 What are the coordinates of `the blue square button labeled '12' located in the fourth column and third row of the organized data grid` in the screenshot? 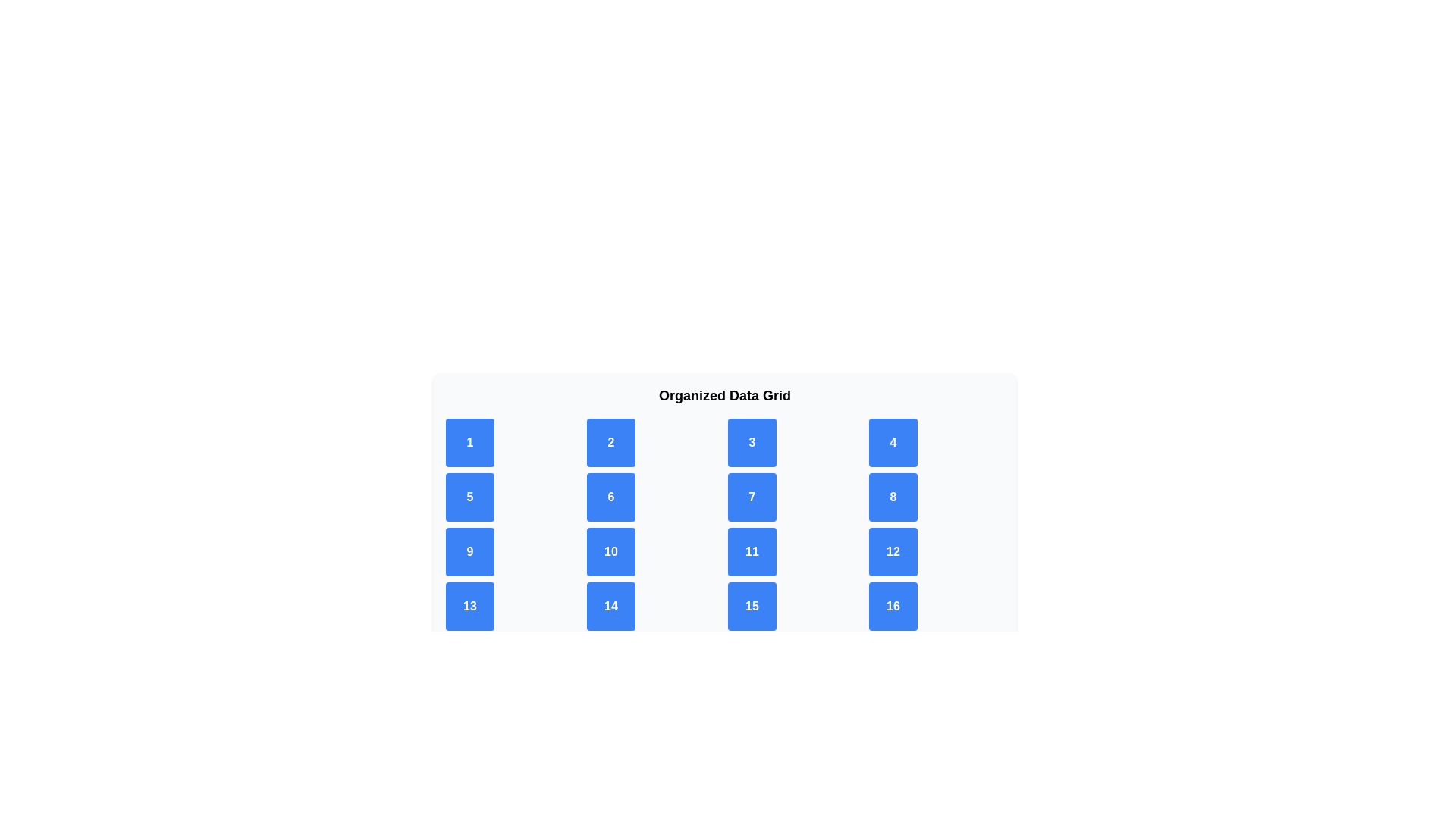 It's located at (893, 552).